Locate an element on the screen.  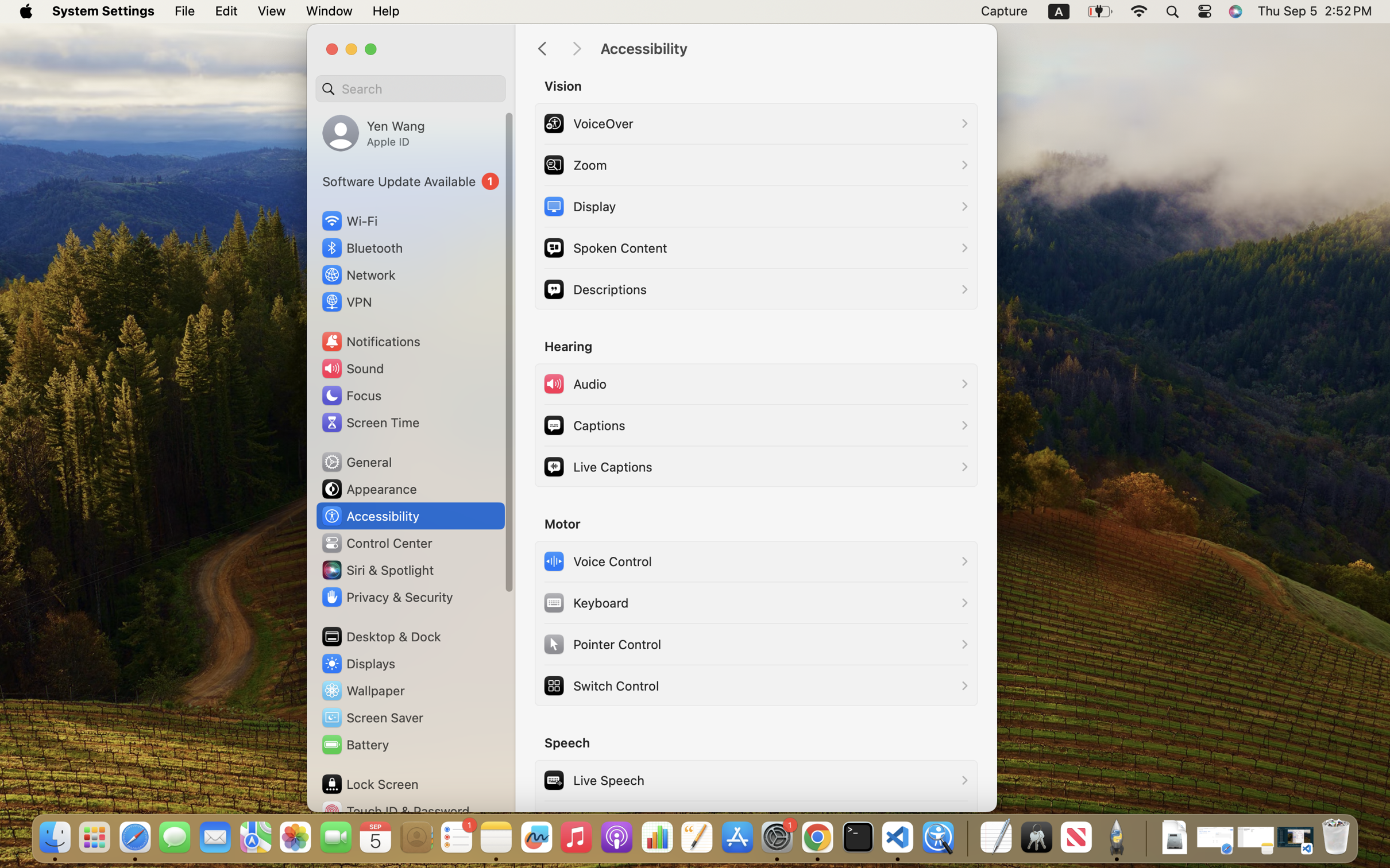
'Lock Screen' is located at coordinates (370, 783).